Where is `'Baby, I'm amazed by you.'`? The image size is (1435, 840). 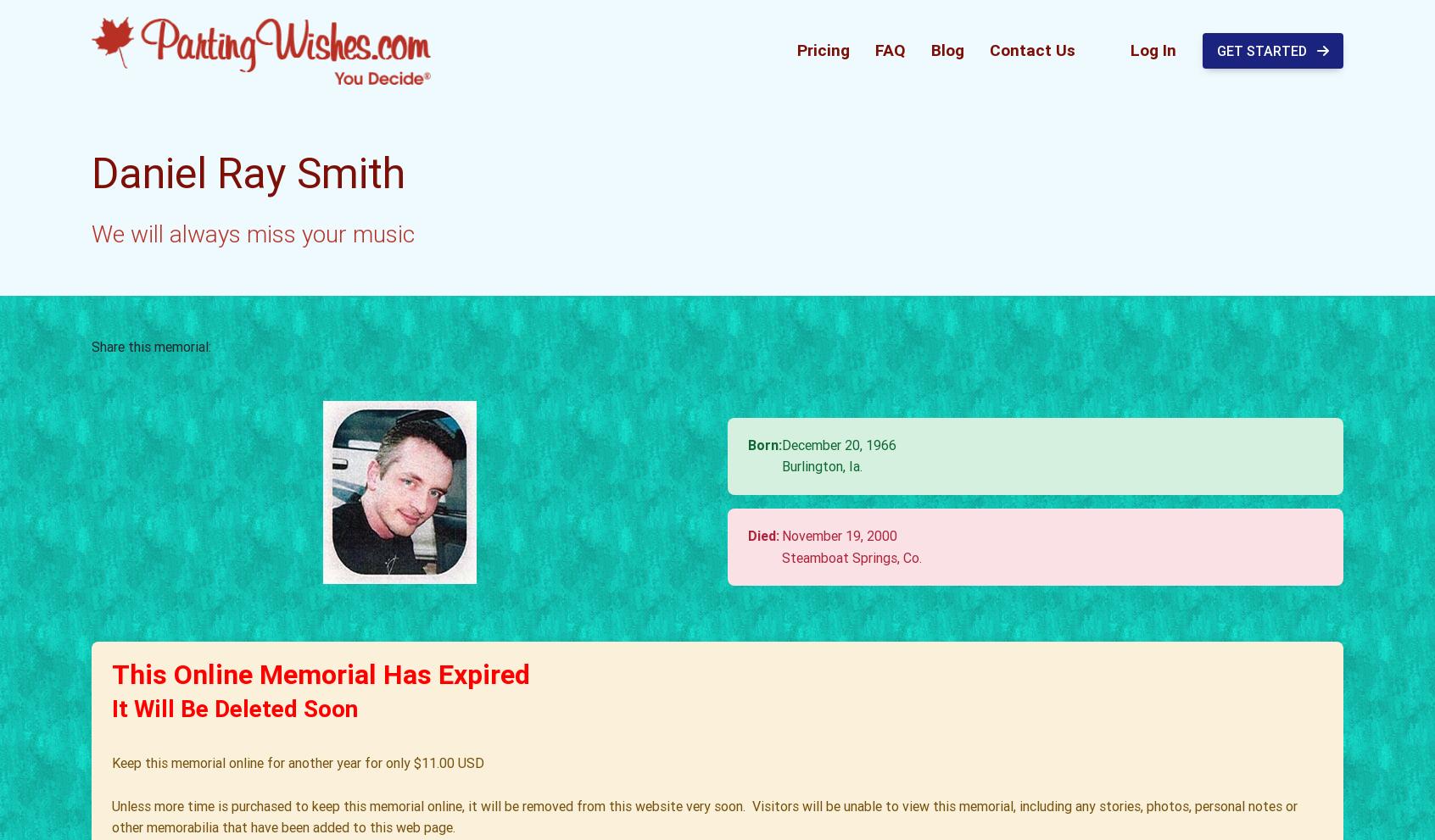 'Baby, I'm amazed by you.' is located at coordinates (261, 693).